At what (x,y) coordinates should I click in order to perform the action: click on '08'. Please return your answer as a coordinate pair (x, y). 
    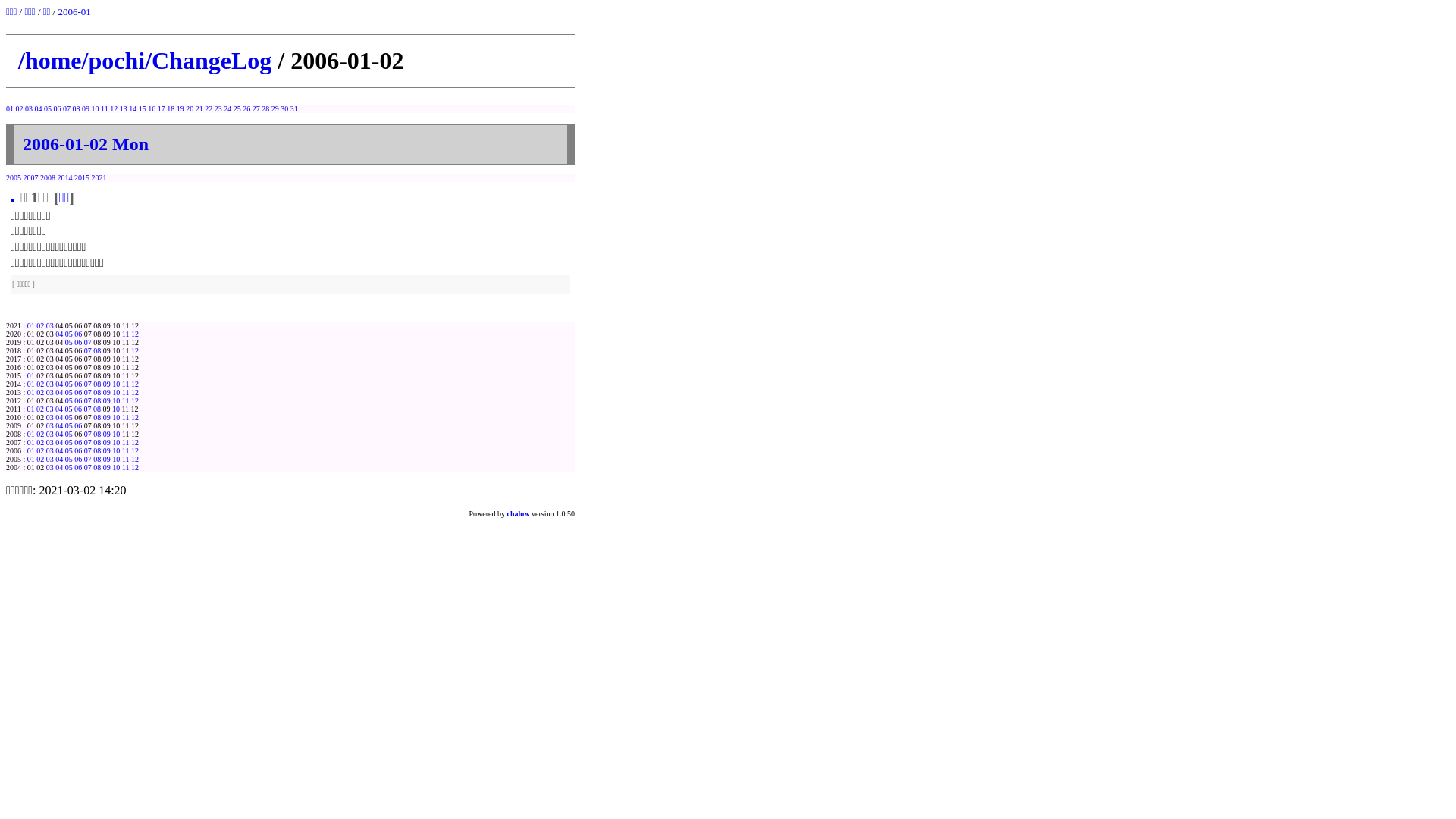
    Looking at the image, I should click on (75, 108).